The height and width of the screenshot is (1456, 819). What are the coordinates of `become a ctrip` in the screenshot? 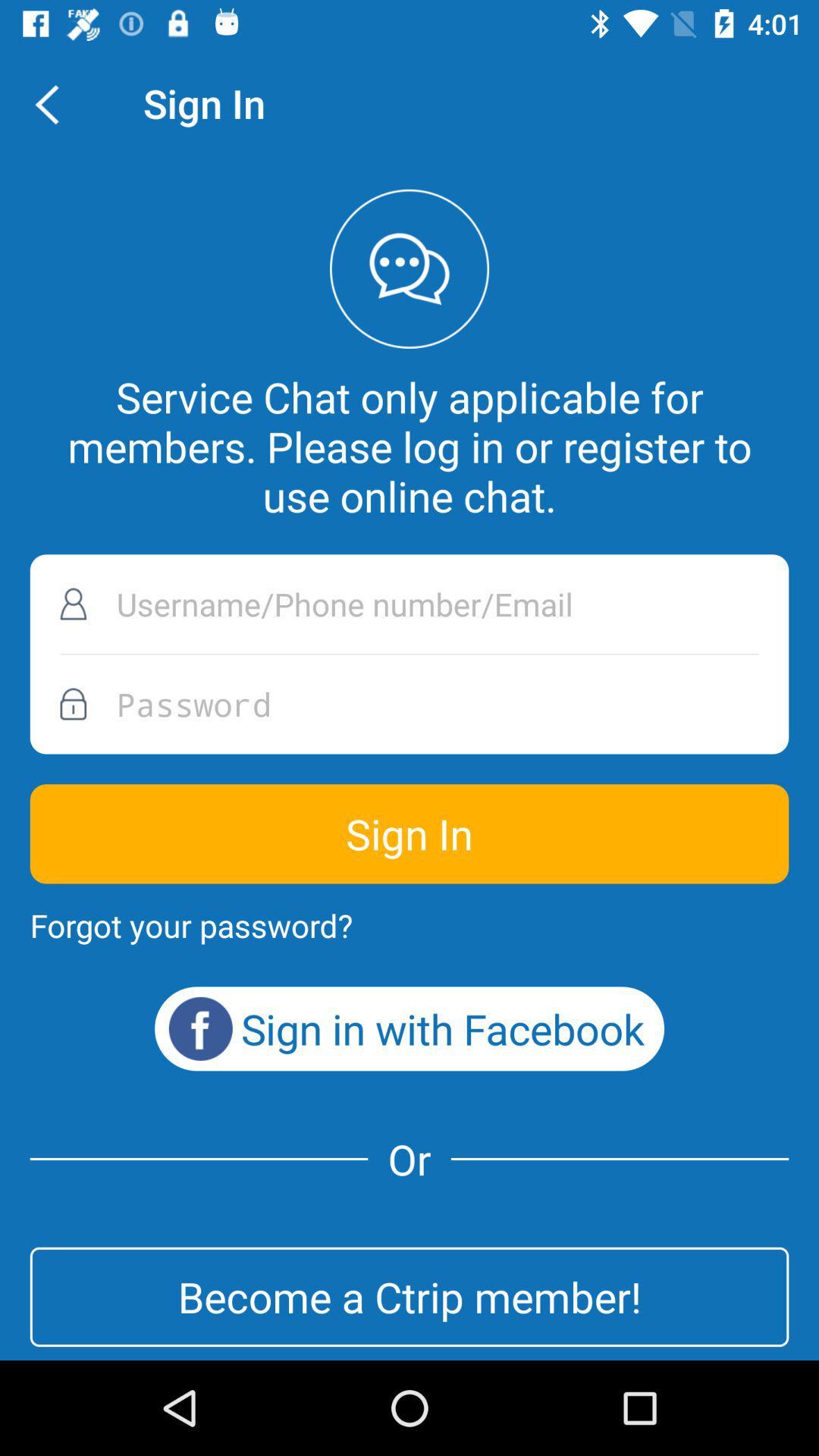 It's located at (409, 1296).